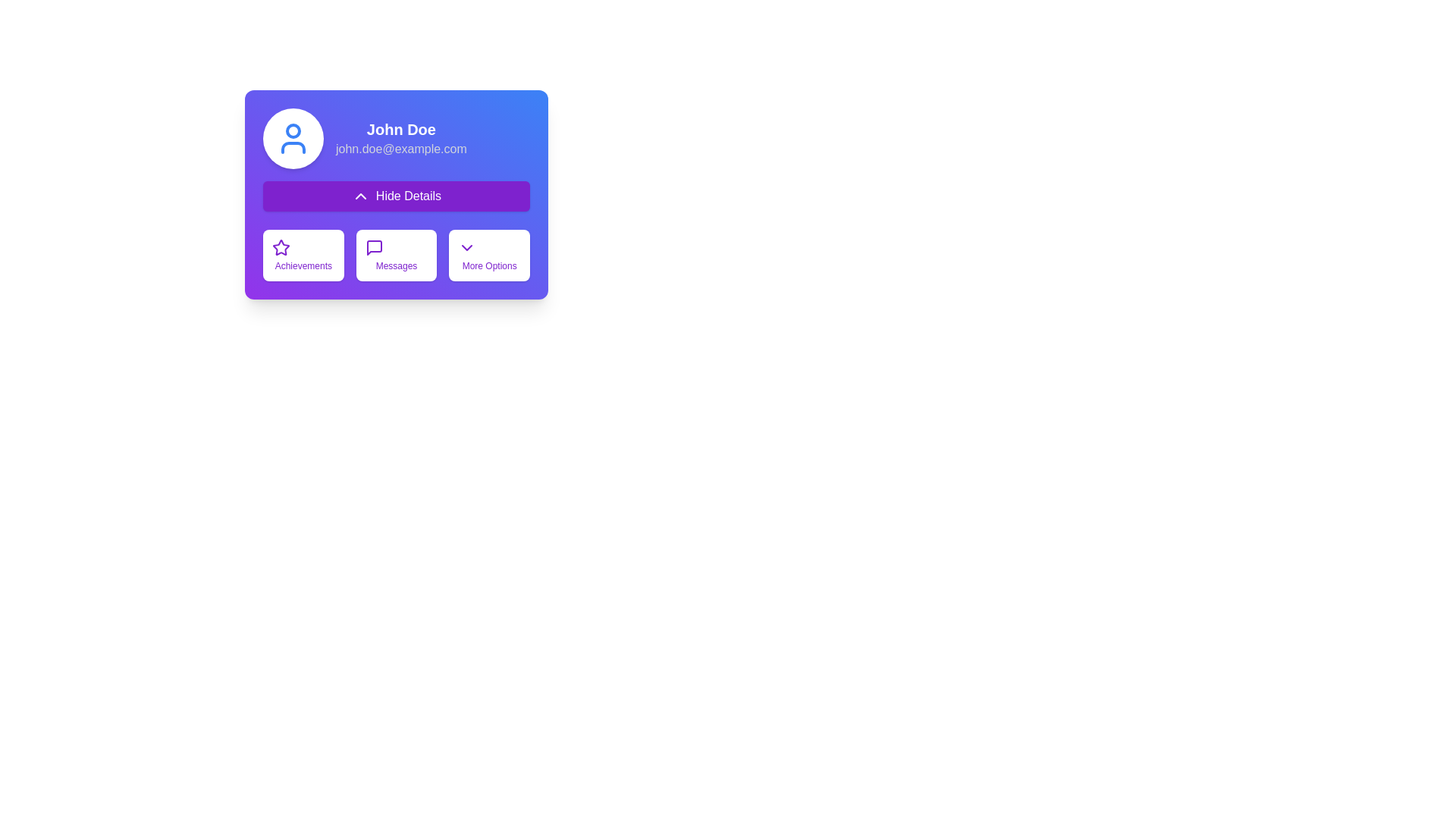 Image resolution: width=1456 pixels, height=819 pixels. What do you see at coordinates (281, 246) in the screenshot?
I see `the star icon representing the 'Achievements' feature, located in the leftmost button area below the 'Hide Details' bar in the card interface` at bounding box center [281, 246].